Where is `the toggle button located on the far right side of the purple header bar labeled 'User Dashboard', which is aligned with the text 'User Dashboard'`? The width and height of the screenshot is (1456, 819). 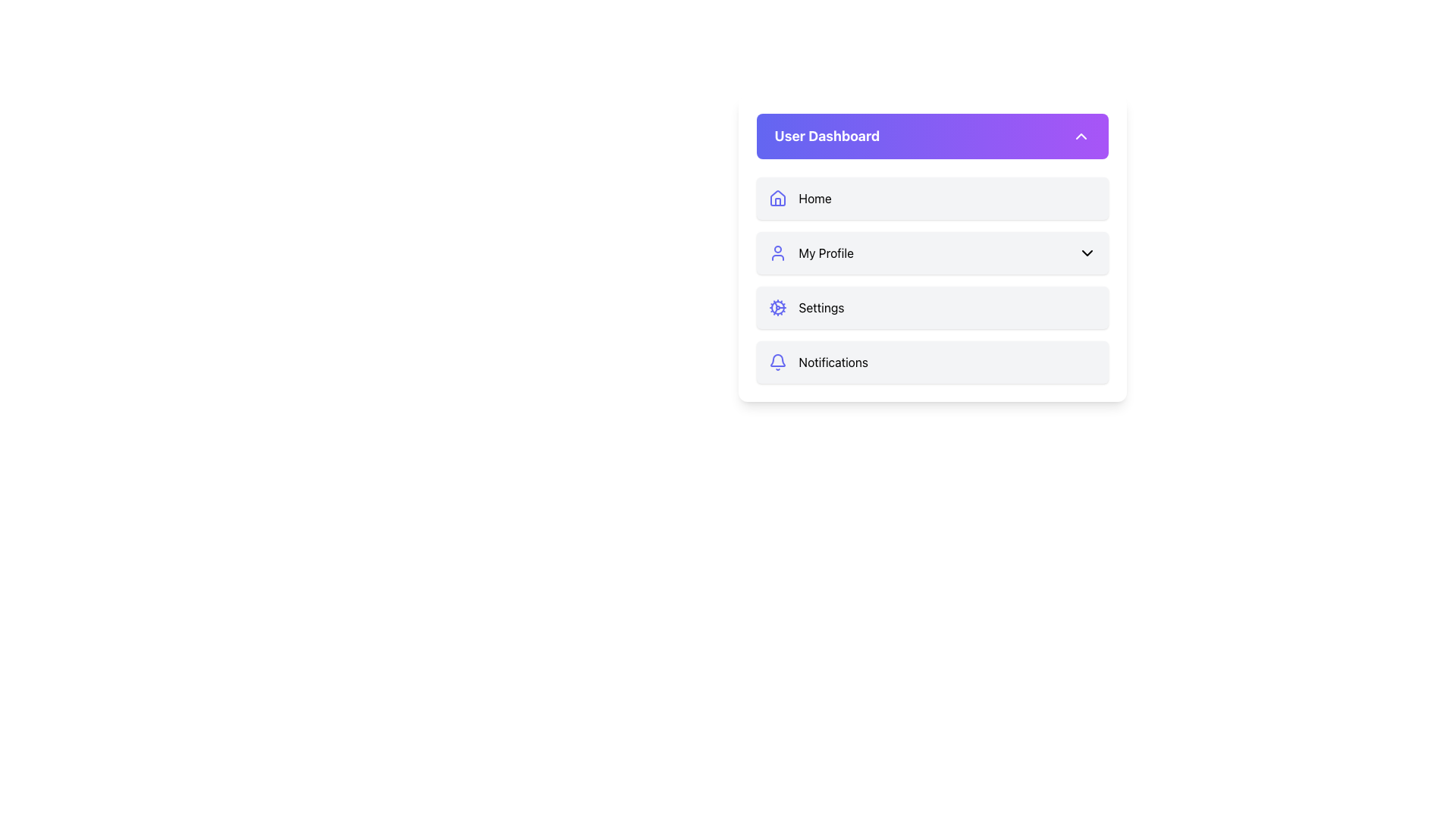
the toggle button located on the far right side of the purple header bar labeled 'User Dashboard', which is aligned with the text 'User Dashboard' is located at coordinates (1080, 136).